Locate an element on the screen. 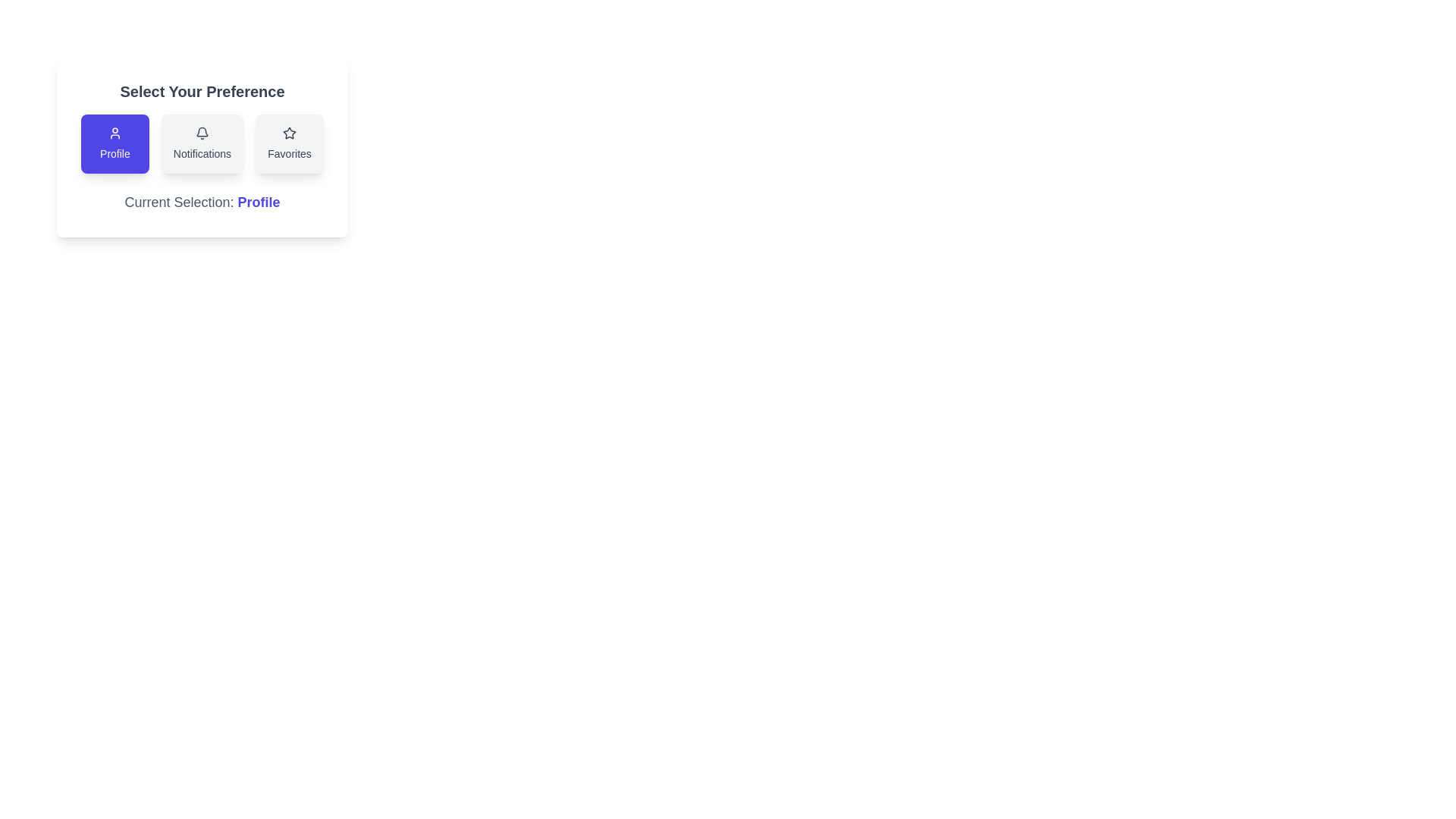  the 'Notifications' icon located in the second segment of the options in the 'Select Your Preference' interface, positioned between 'Profile' and 'Favorites' is located at coordinates (202, 131).